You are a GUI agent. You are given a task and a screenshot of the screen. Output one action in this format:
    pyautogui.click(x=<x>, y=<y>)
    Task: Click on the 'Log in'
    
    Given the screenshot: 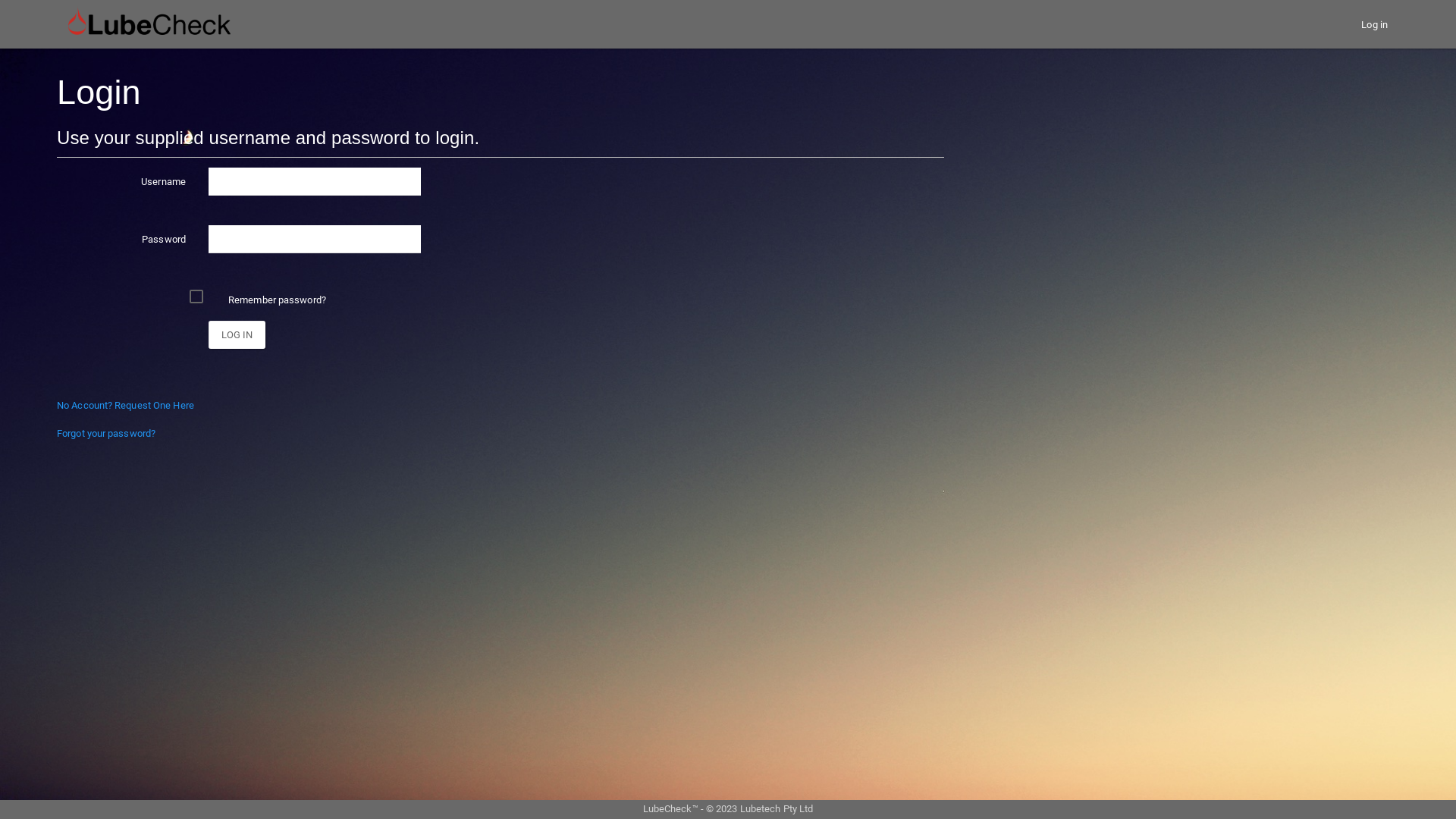 What is the action you would take?
    pyautogui.click(x=1374, y=24)
    